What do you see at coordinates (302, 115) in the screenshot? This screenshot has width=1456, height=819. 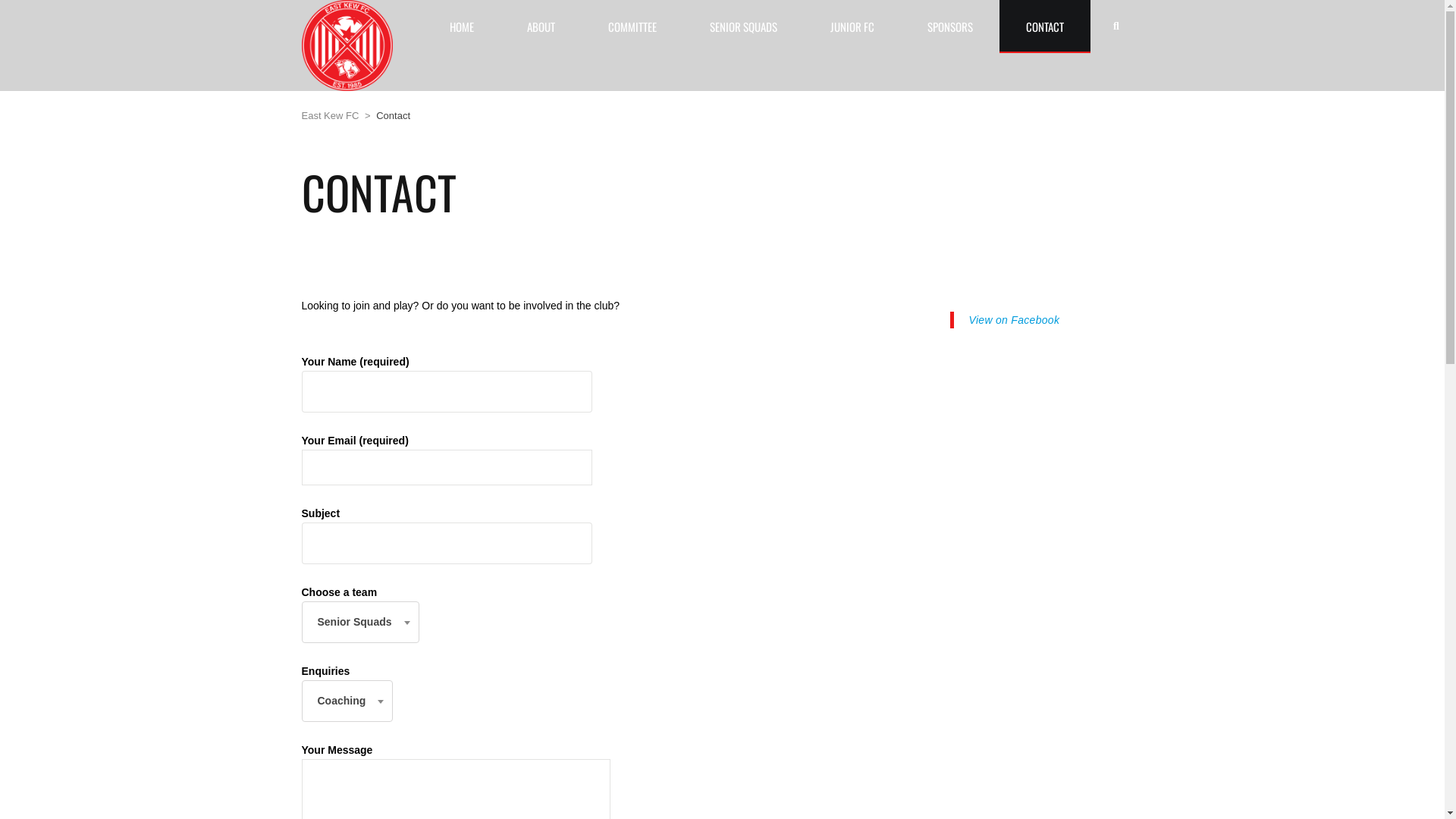 I see `'East Kew FC'` at bounding box center [302, 115].